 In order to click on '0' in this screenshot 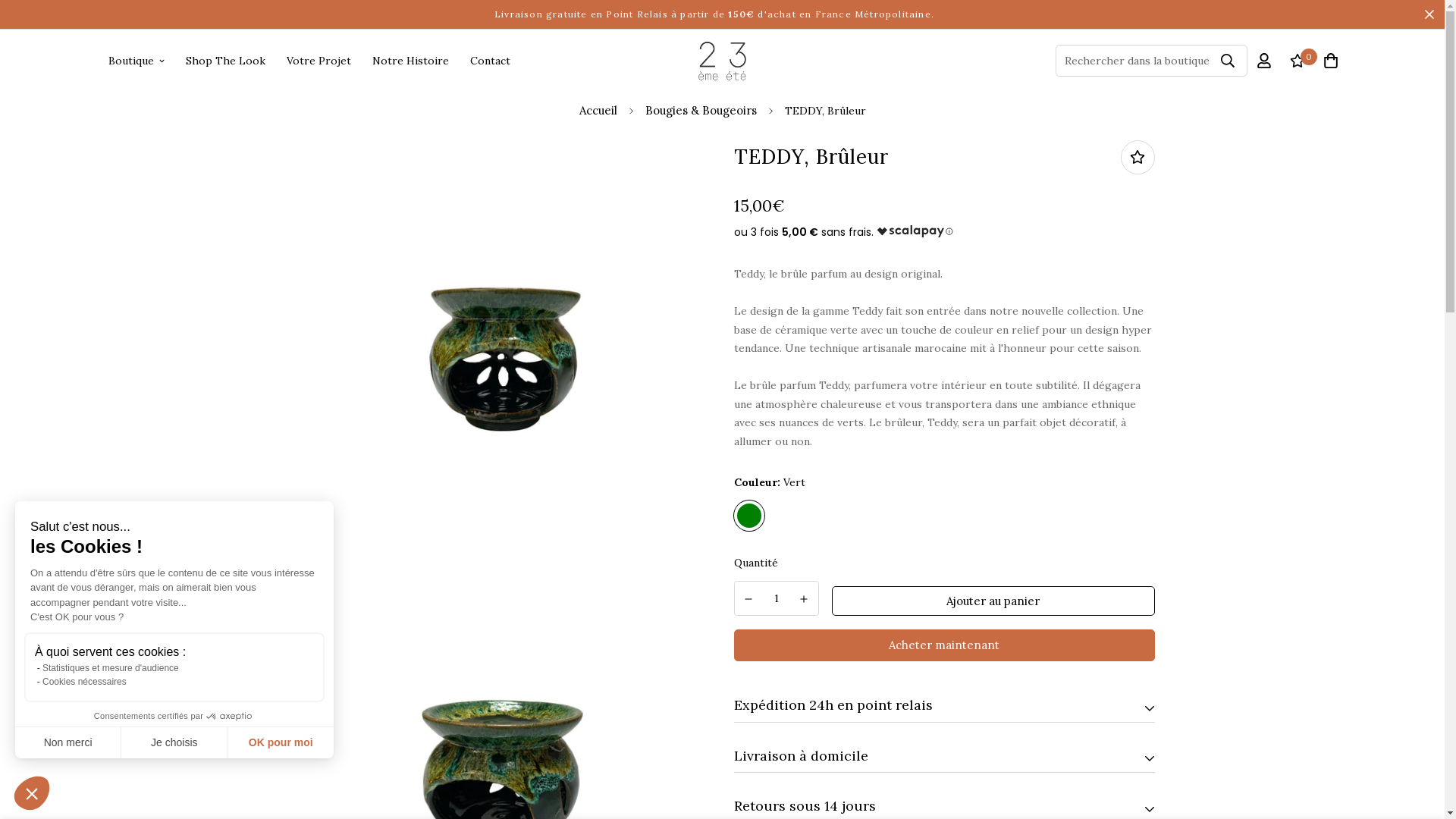, I will do `click(1295, 59)`.